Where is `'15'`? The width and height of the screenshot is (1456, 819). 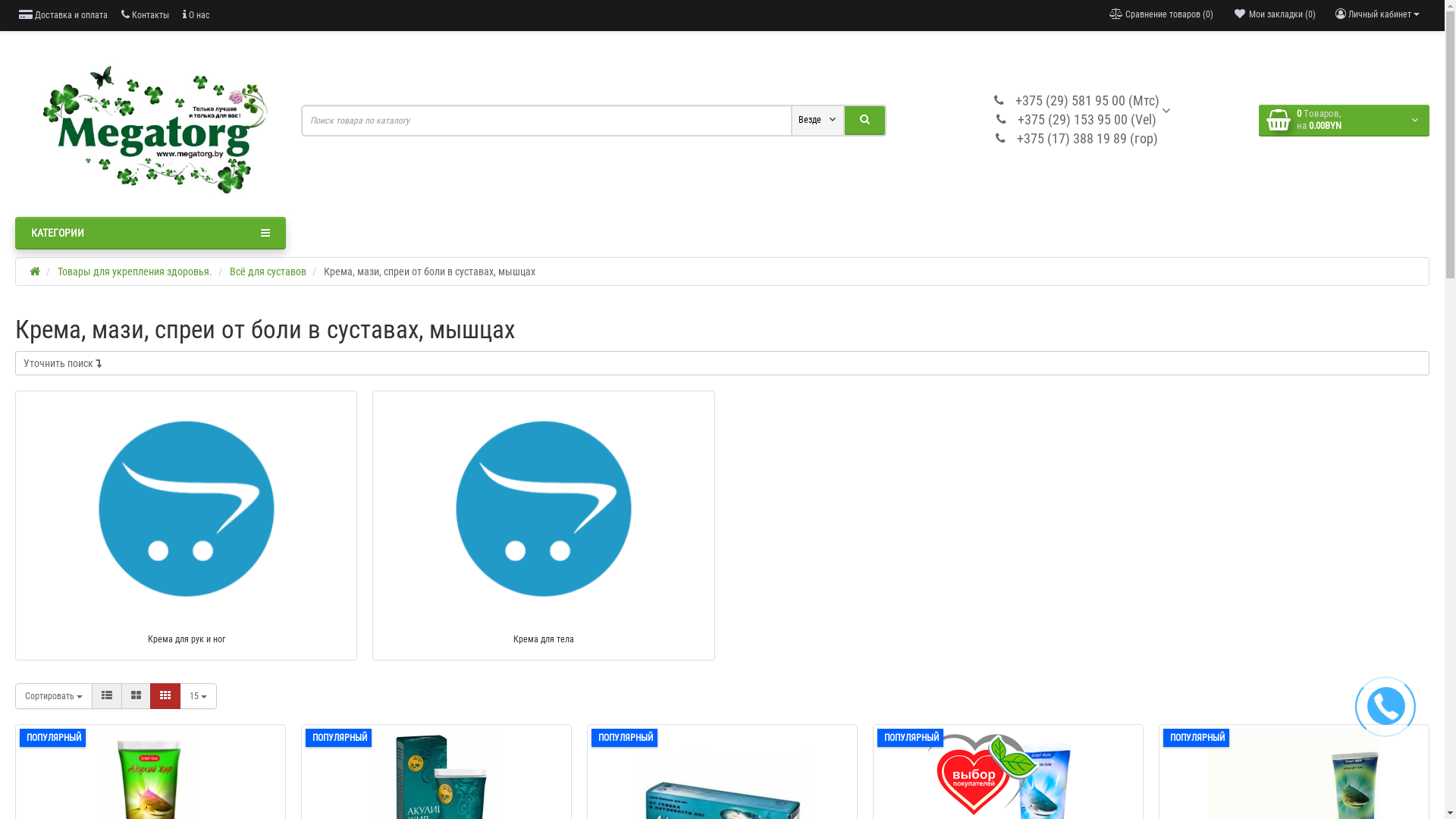 '15' is located at coordinates (197, 696).